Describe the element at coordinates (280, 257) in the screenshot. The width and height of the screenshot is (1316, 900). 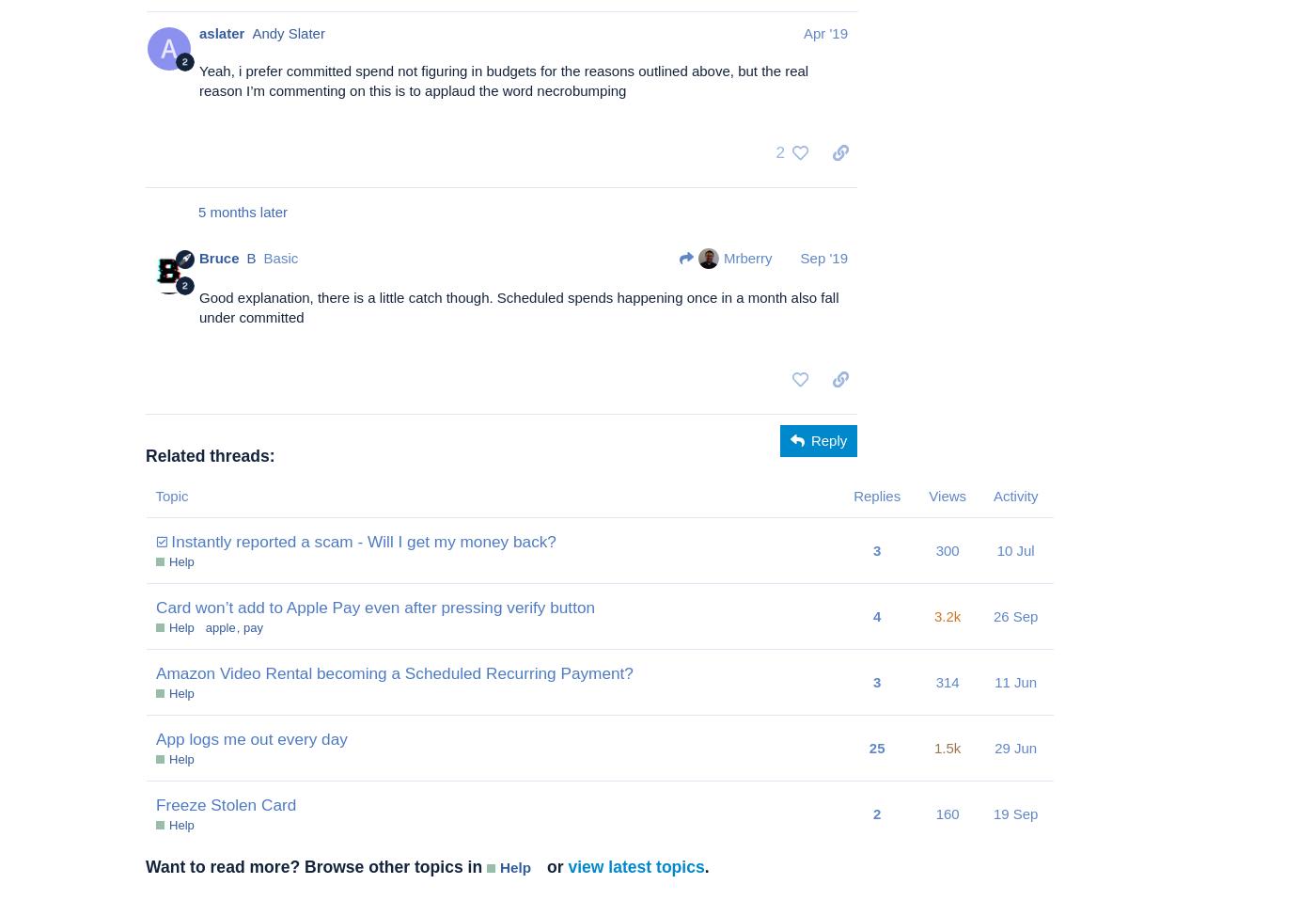
I see `'Basic'` at that location.